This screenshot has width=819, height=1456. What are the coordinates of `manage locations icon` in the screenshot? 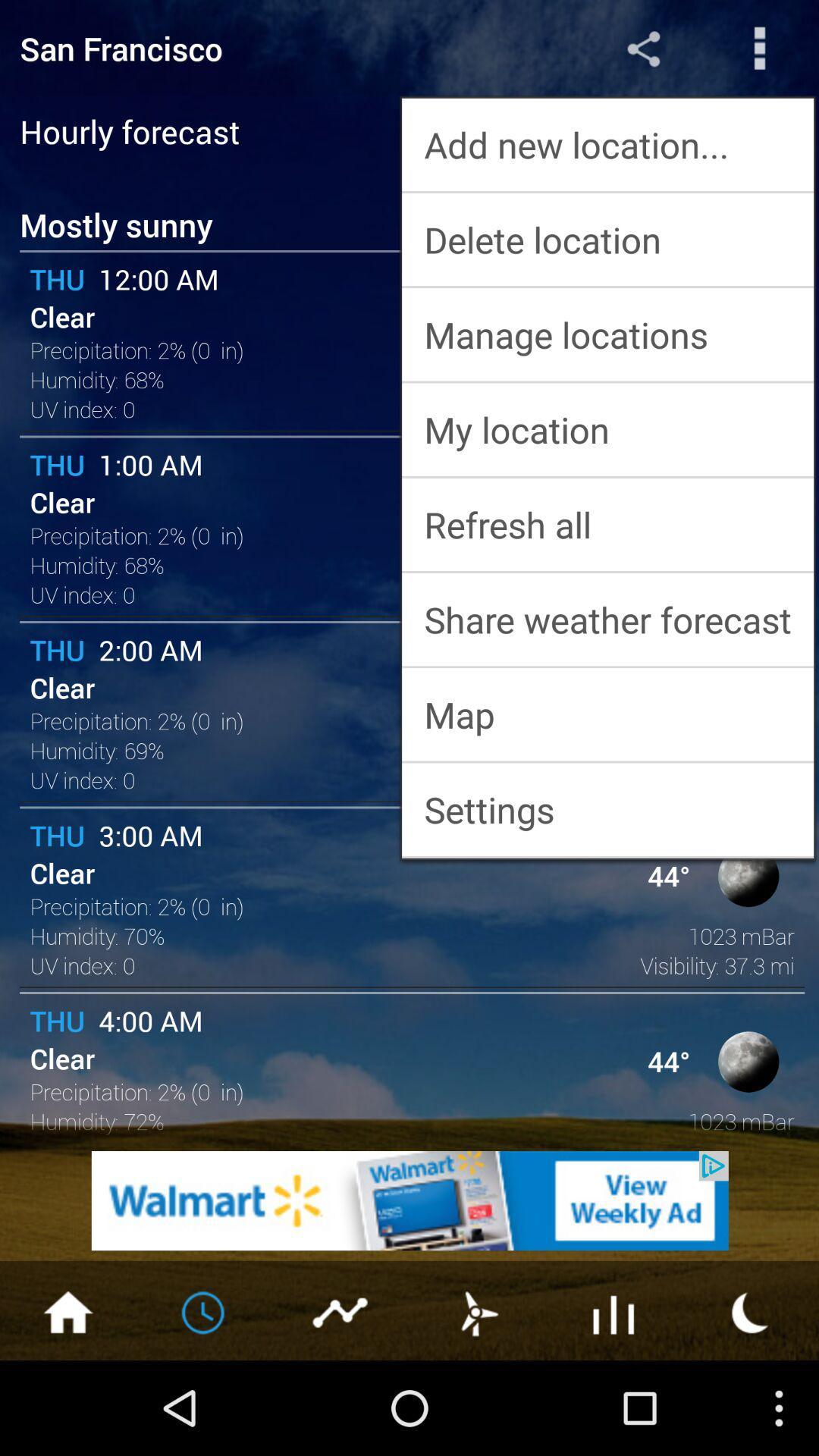 It's located at (607, 334).